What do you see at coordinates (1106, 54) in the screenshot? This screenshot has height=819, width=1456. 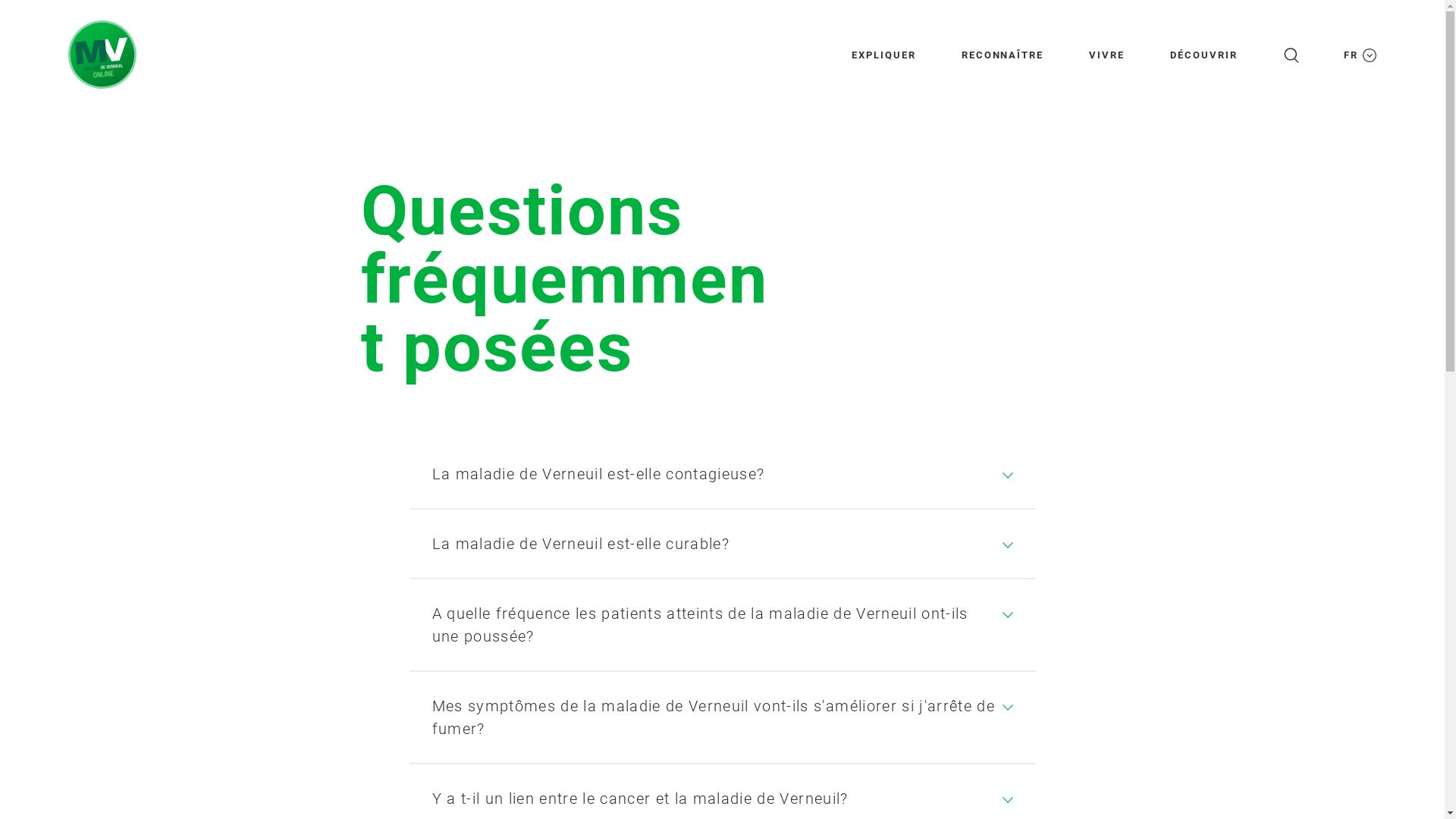 I see `'VIVRE'` at bounding box center [1106, 54].